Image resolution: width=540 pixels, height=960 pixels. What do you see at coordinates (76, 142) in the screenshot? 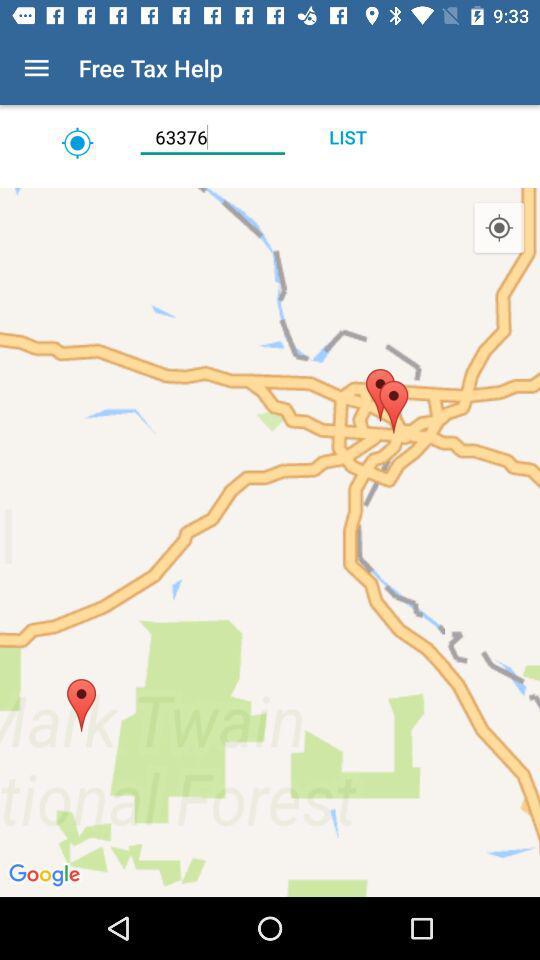
I see `item next to the 63376 item` at bounding box center [76, 142].